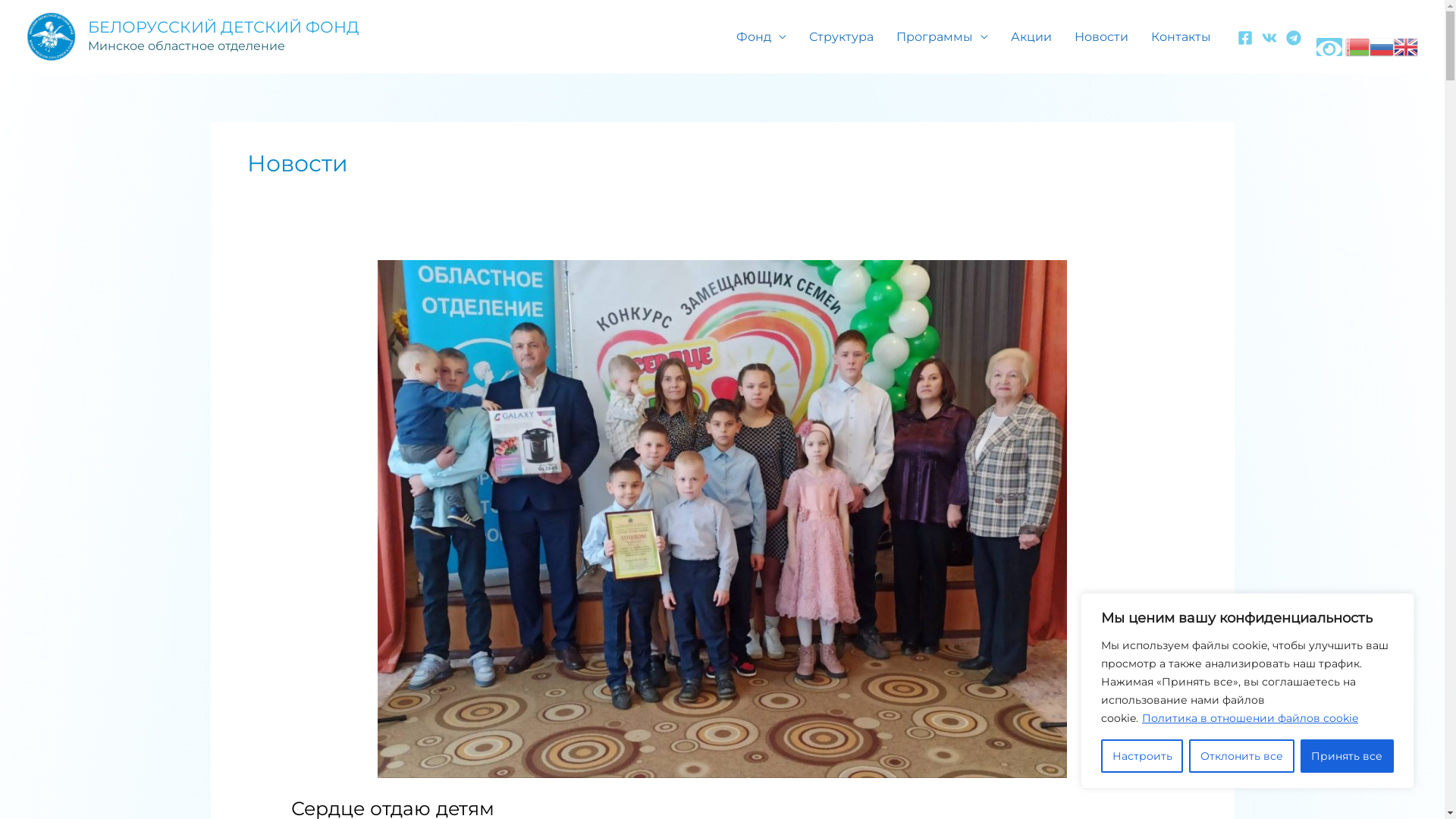 This screenshot has width=1456, height=819. I want to click on 'Belarusian', so click(1357, 44).